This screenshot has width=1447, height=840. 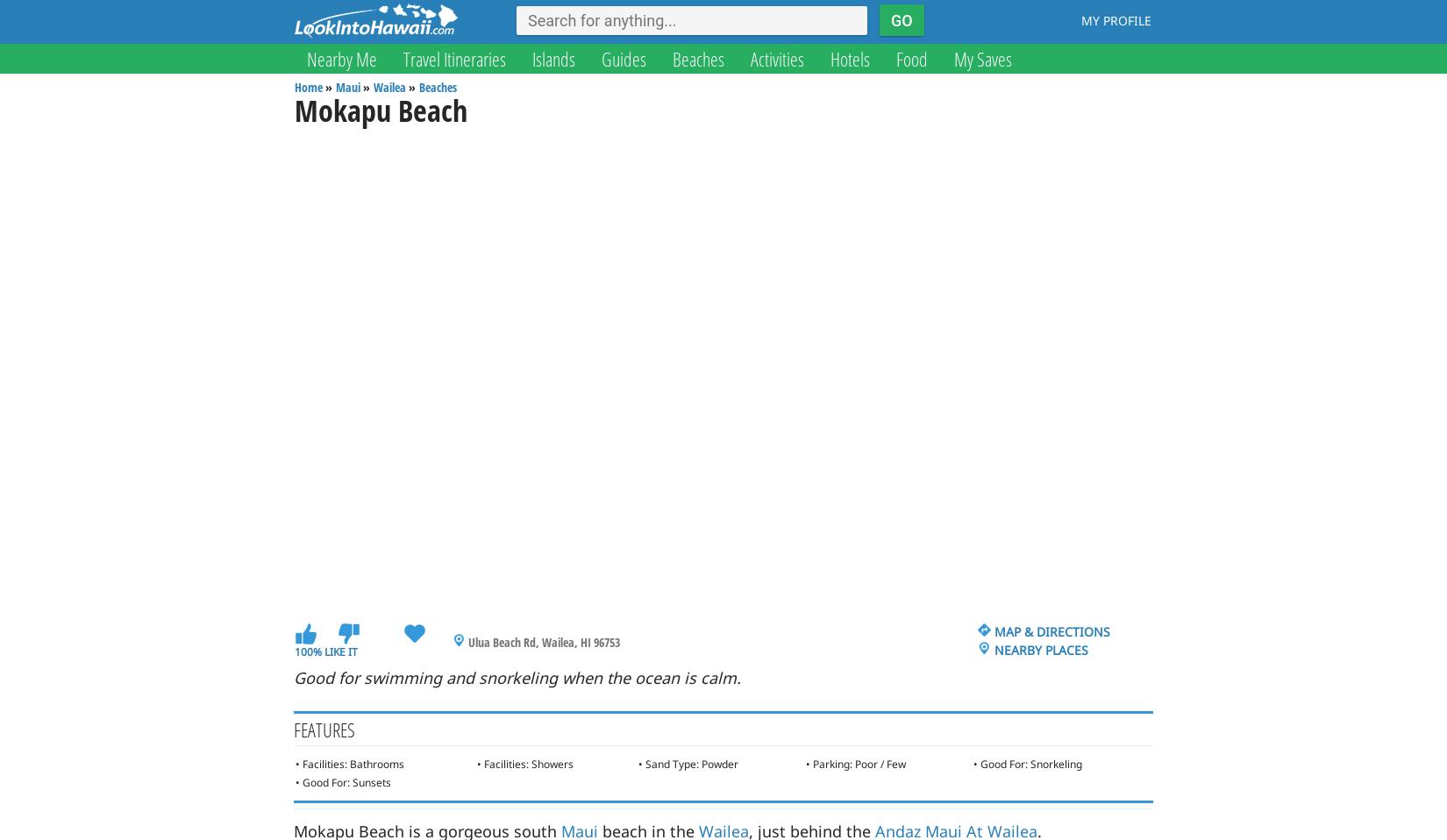 What do you see at coordinates (380, 110) in the screenshot?
I see `'Mokapu Beach'` at bounding box center [380, 110].